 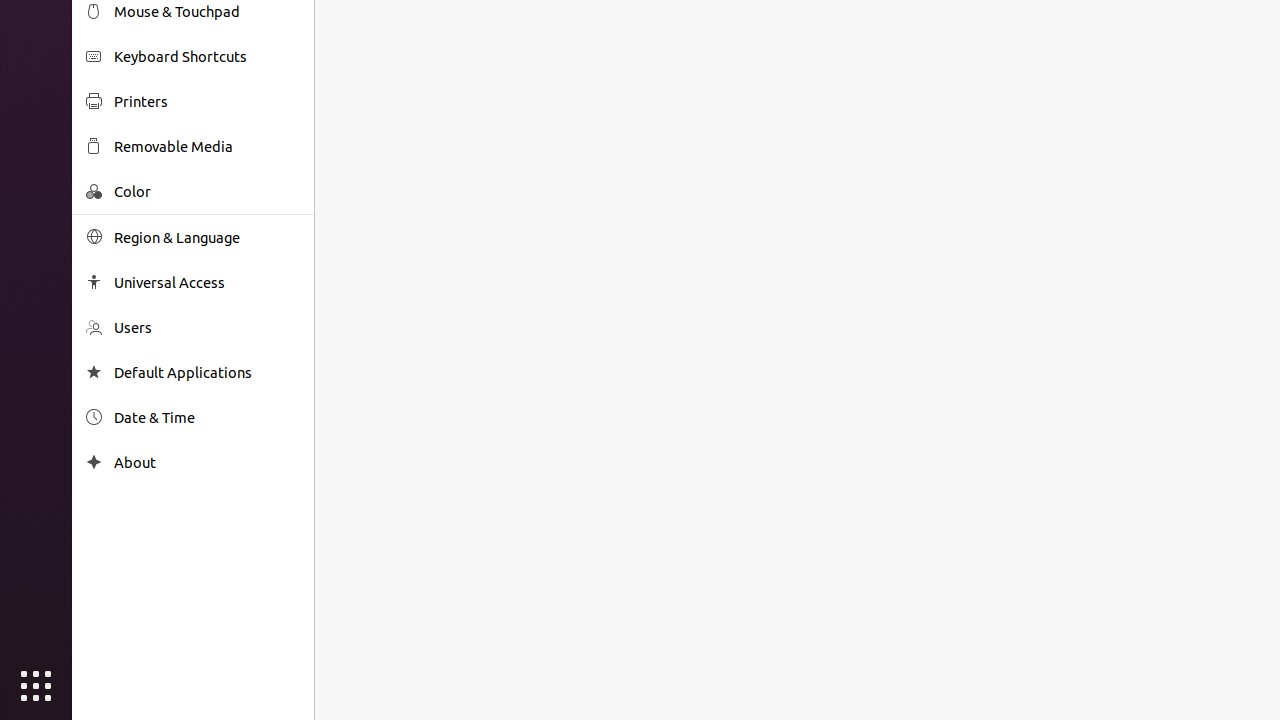 What do you see at coordinates (206, 236) in the screenshot?
I see `'Region & Language'` at bounding box center [206, 236].